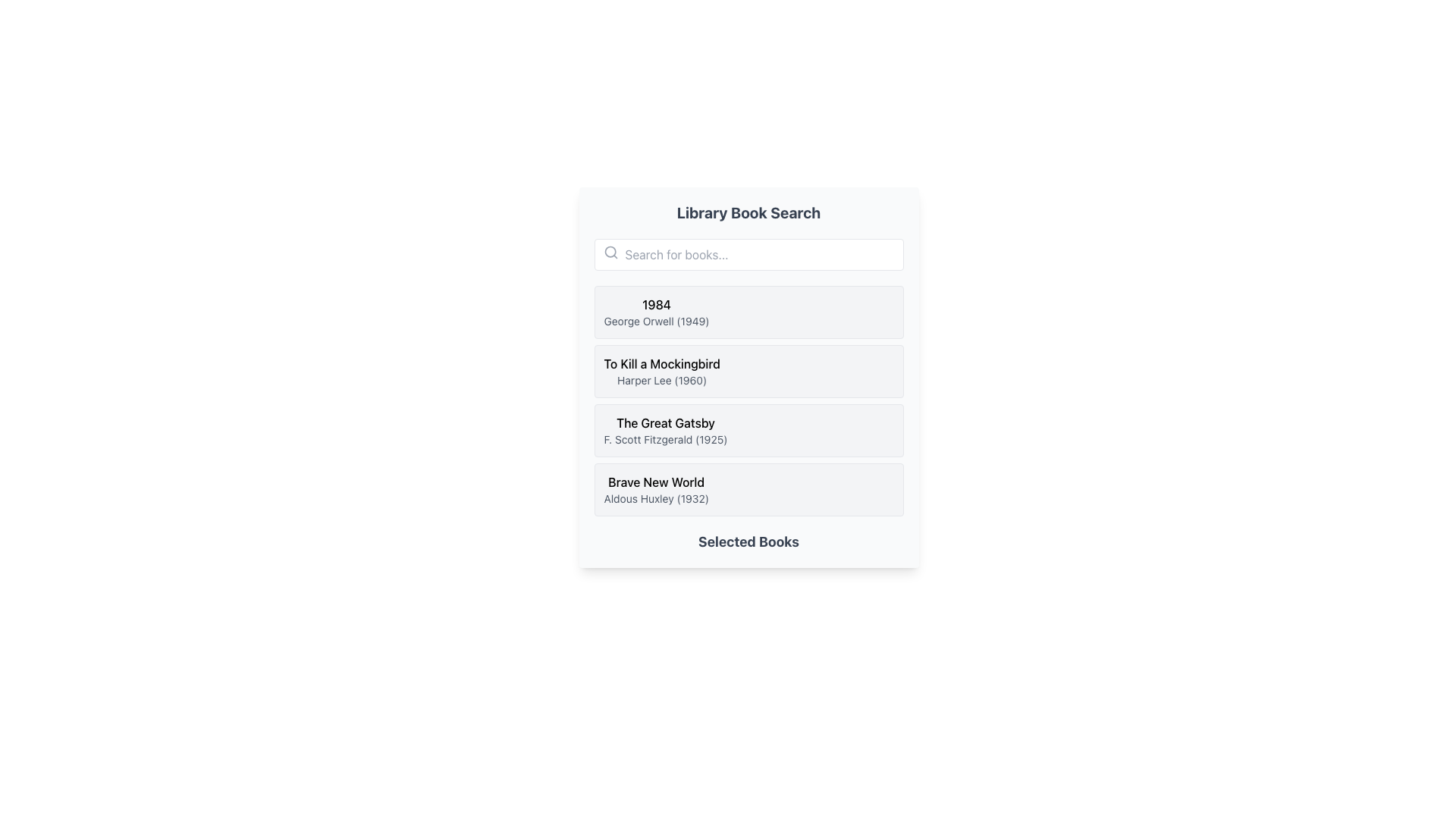 The width and height of the screenshot is (1456, 819). I want to click on the text label displaying 'To Kill a Mockingbird', which is the title of the book and is styled with medium font weight, positioned above the author name 'Harper Lee (1960)' within the list, so click(662, 363).